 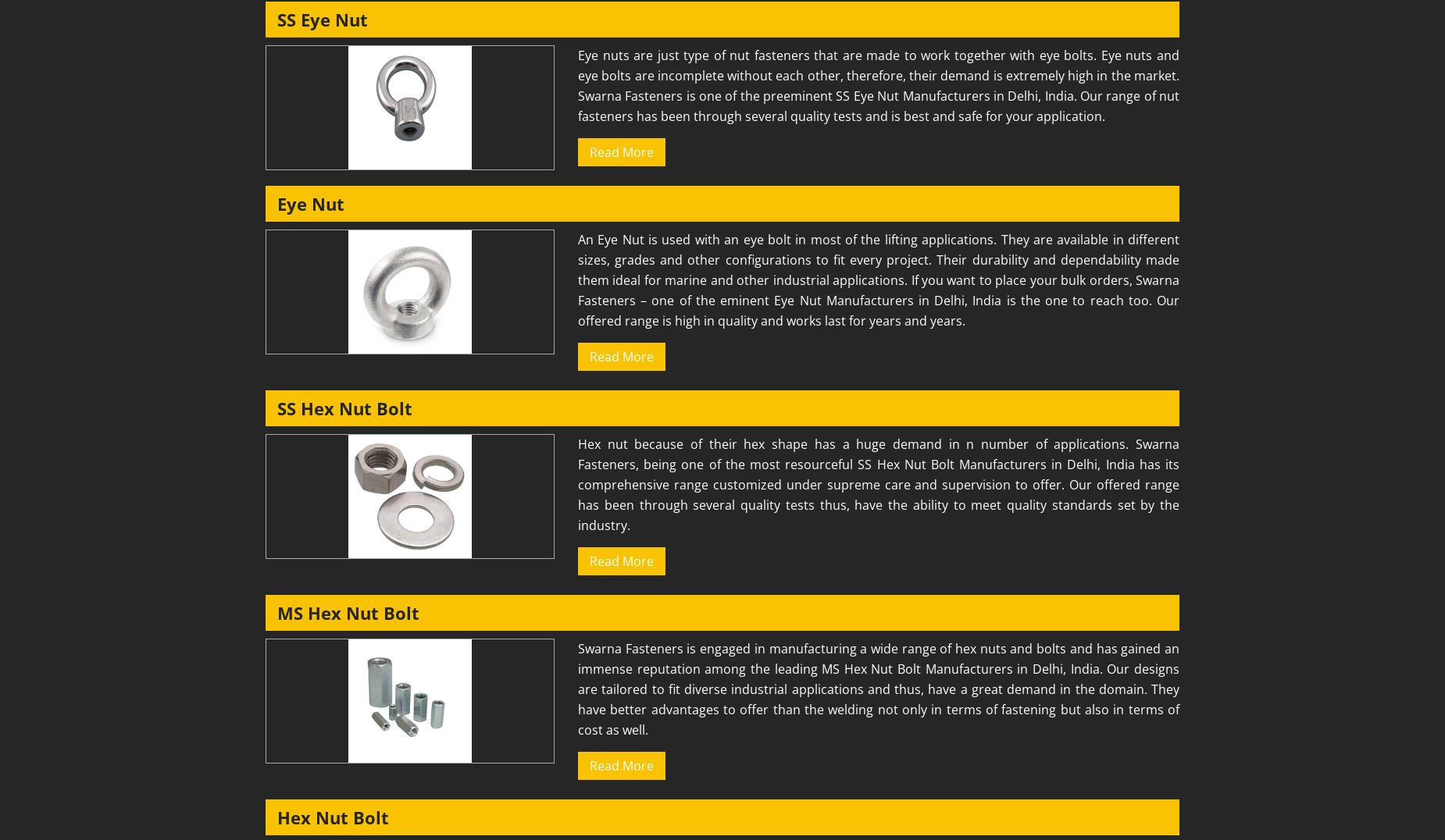 I want to click on 'An Eye Nut is used with an eye bolt in most of the lifting applications. They are available in different sizes, grades and other configurations to fit every project. Their durability and dependability made them ideal for marine and other industrial applications. If you want to place your bulk orders, Swarna Fasteners – one of the eminent Eye Nut Manufacturers in Delhi, India is the one to reach too. Our offered range is high in quality and works last for years and years.', so click(x=877, y=279).